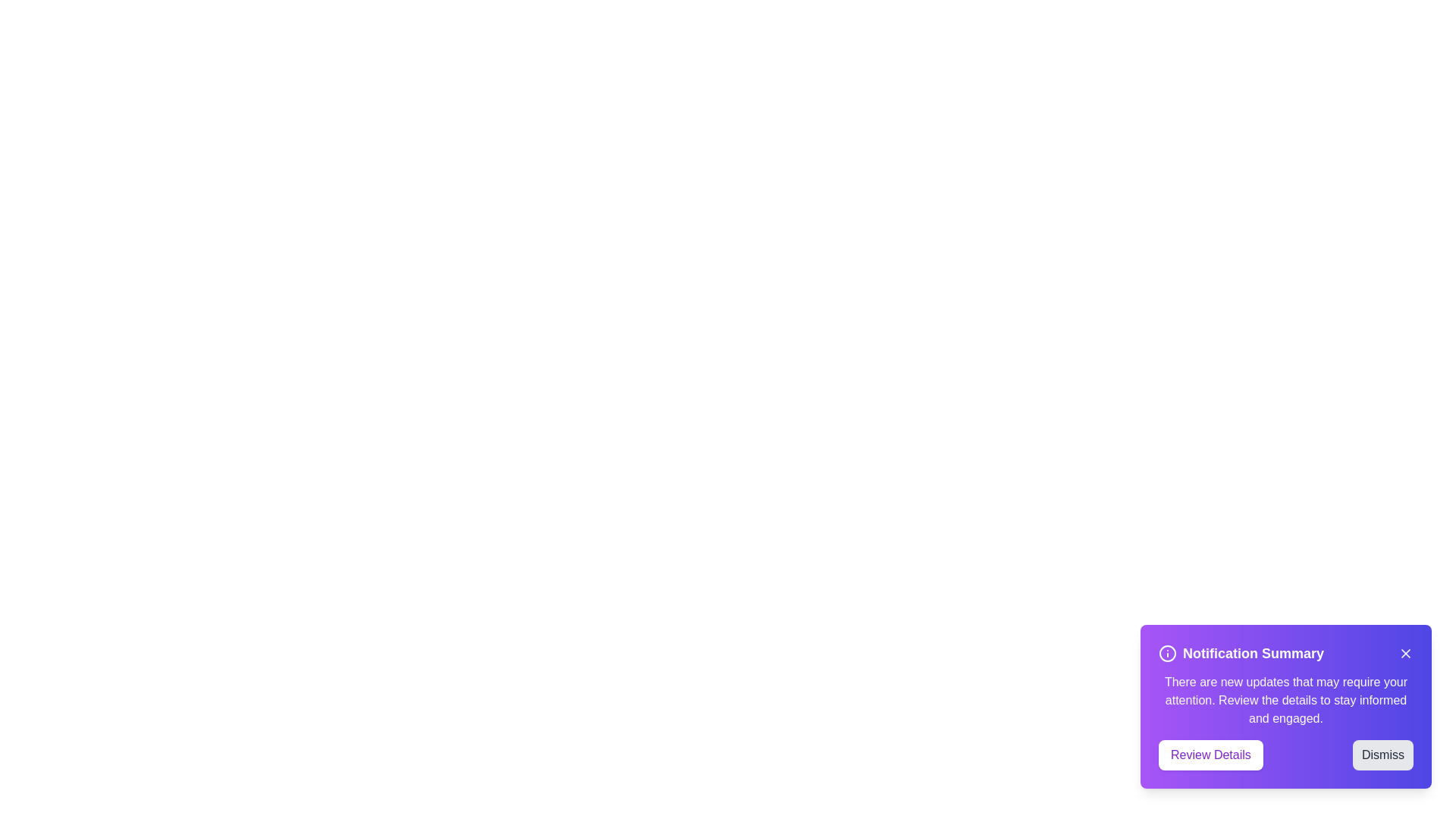  I want to click on the button Review Details to see the hover effect, so click(1210, 755).